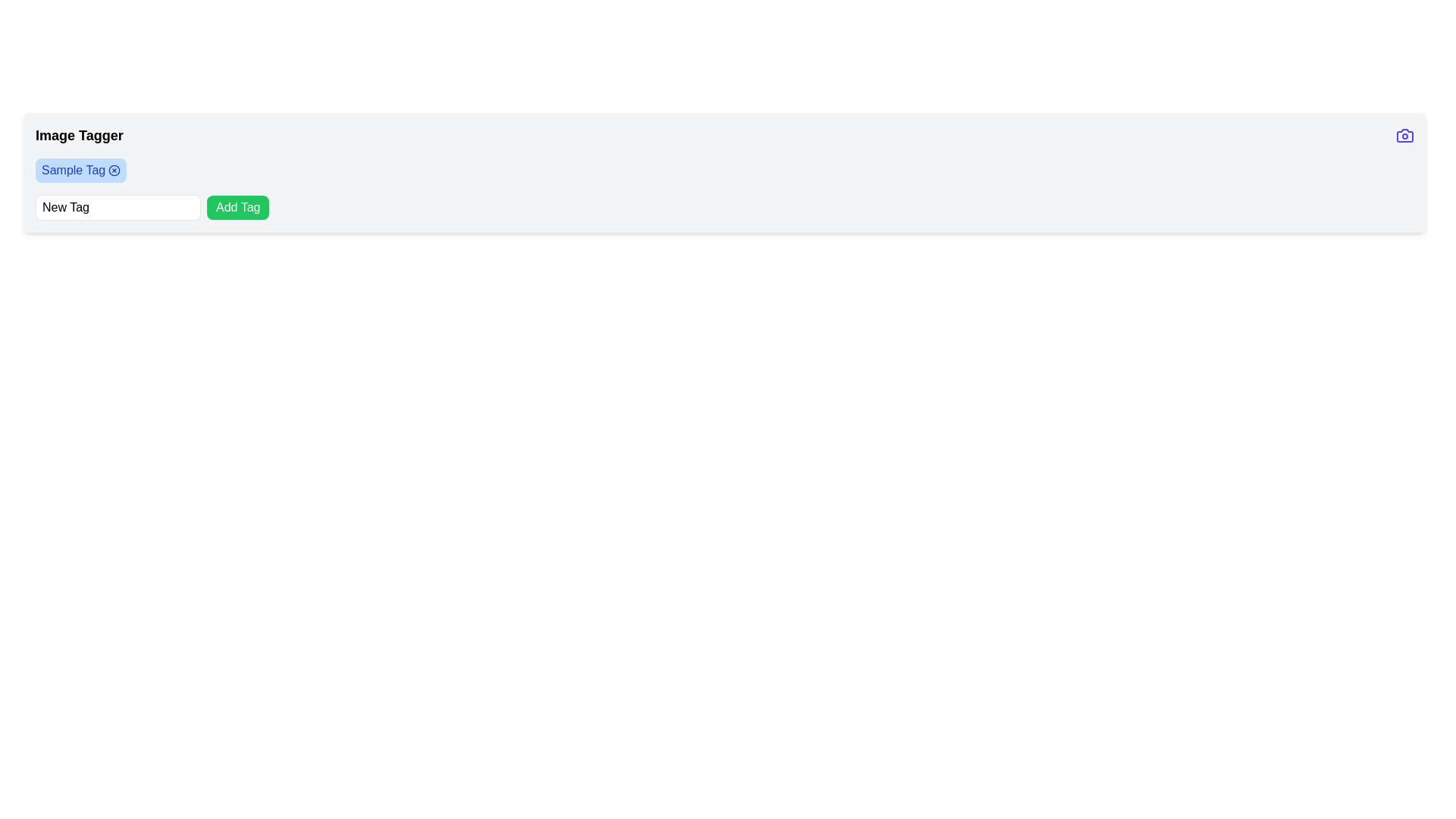 This screenshot has width=1456, height=819. I want to click on the button used to add a new tag, located to the right of the 'New Tag' text input field, so click(237, 207).